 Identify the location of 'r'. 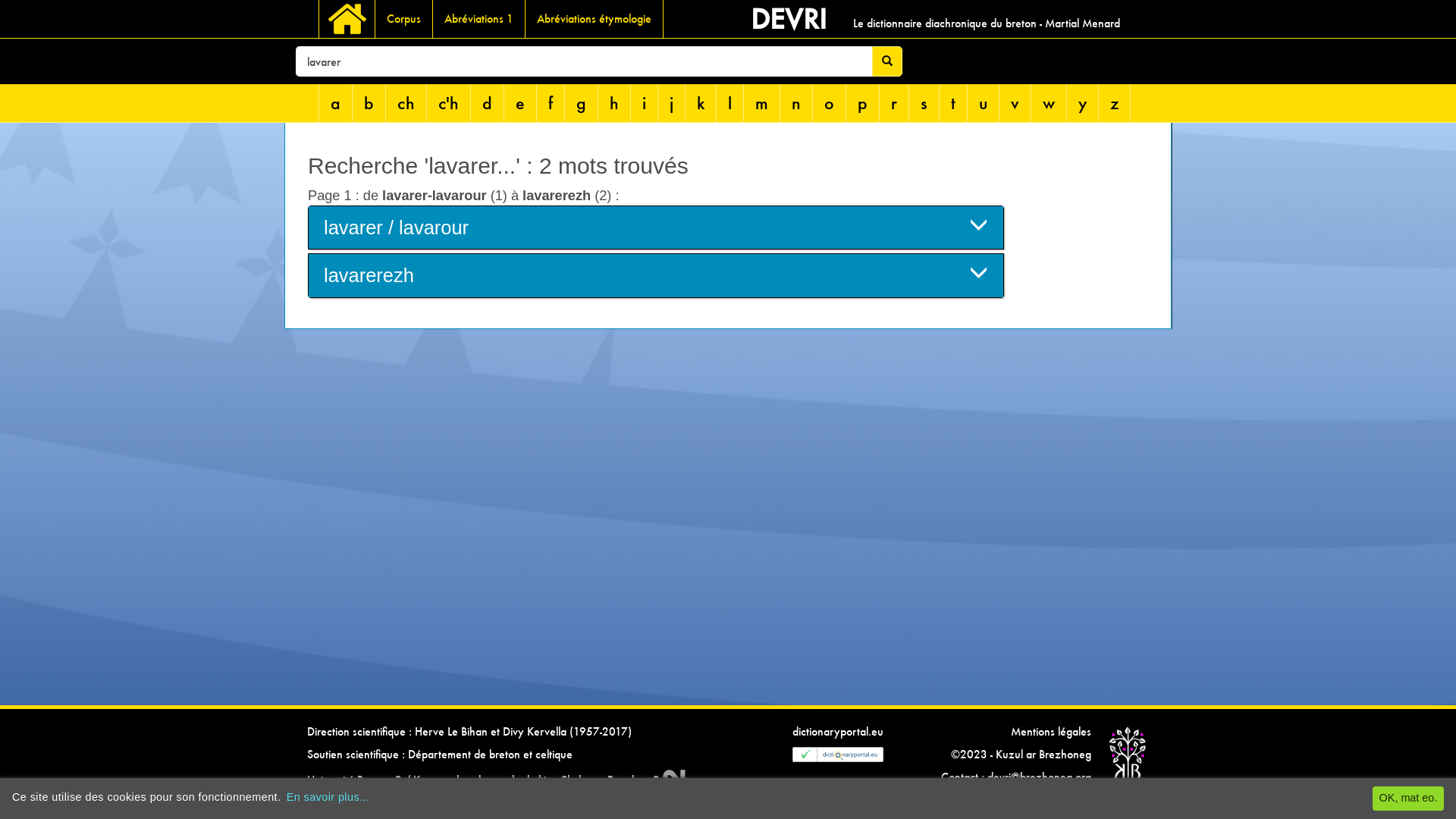
(894, 102).